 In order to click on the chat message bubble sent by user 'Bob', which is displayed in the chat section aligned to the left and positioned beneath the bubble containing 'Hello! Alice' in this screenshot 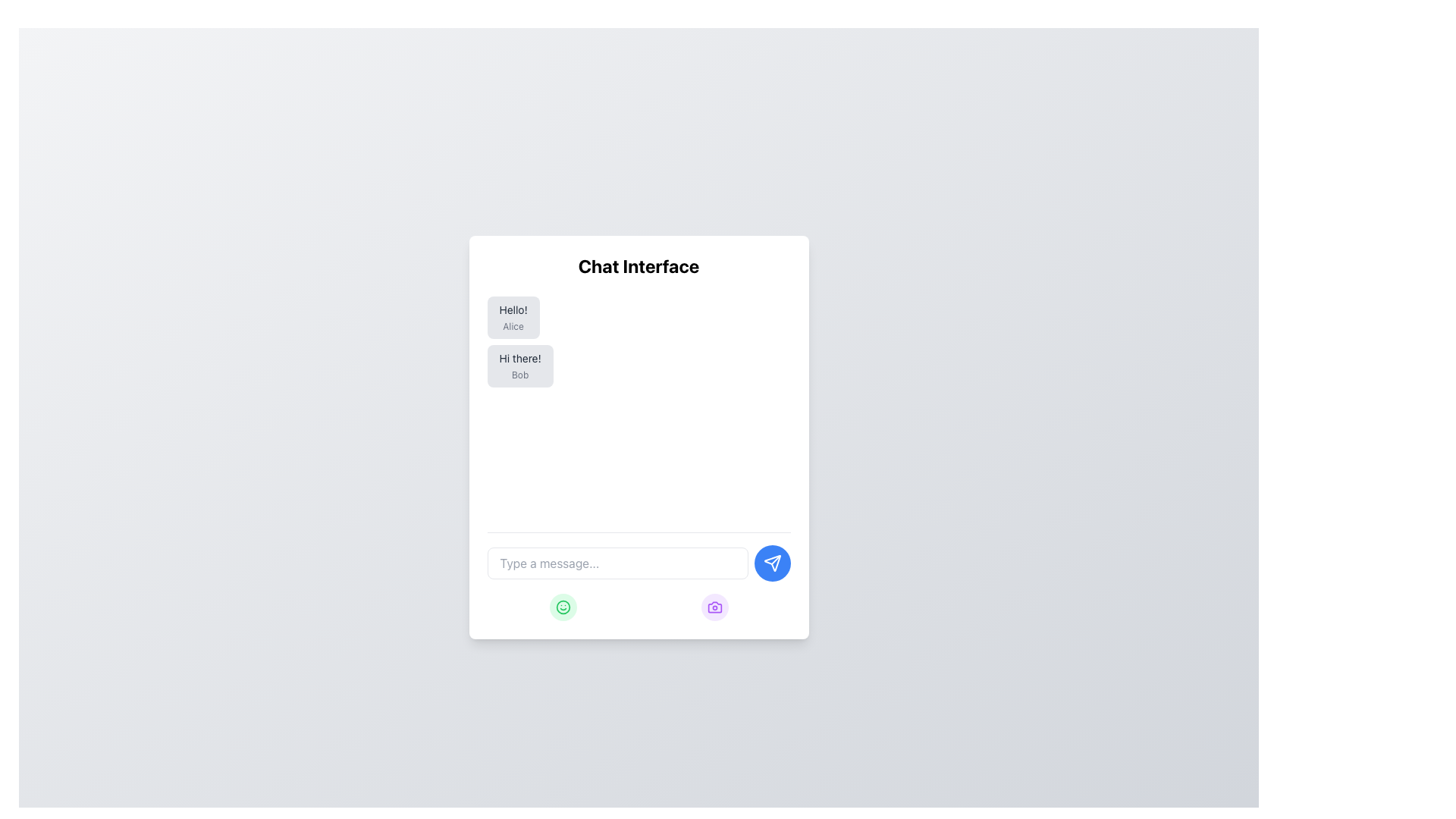, I will do `click(520, 366)`.